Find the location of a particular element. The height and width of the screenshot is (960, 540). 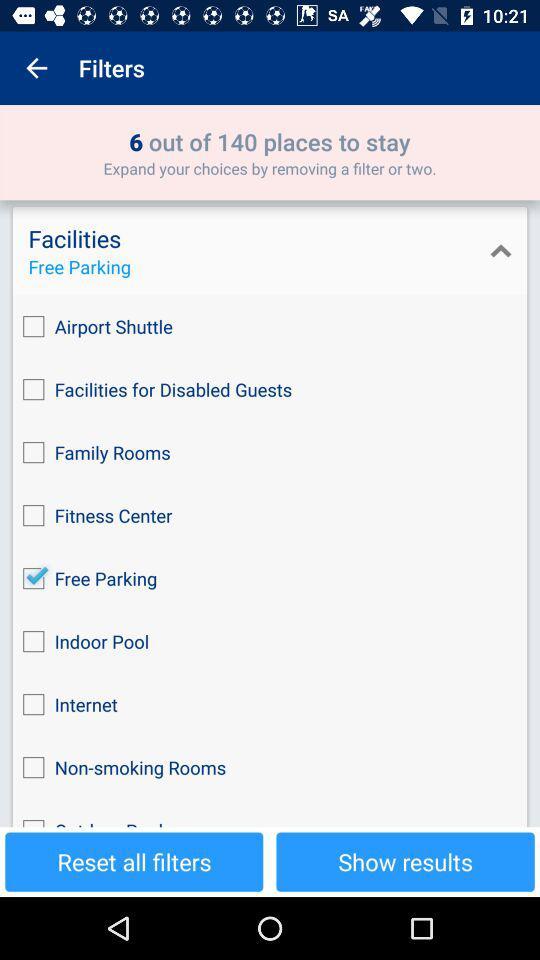

the icon above family rooms icon is located at coordinates (270, 388).